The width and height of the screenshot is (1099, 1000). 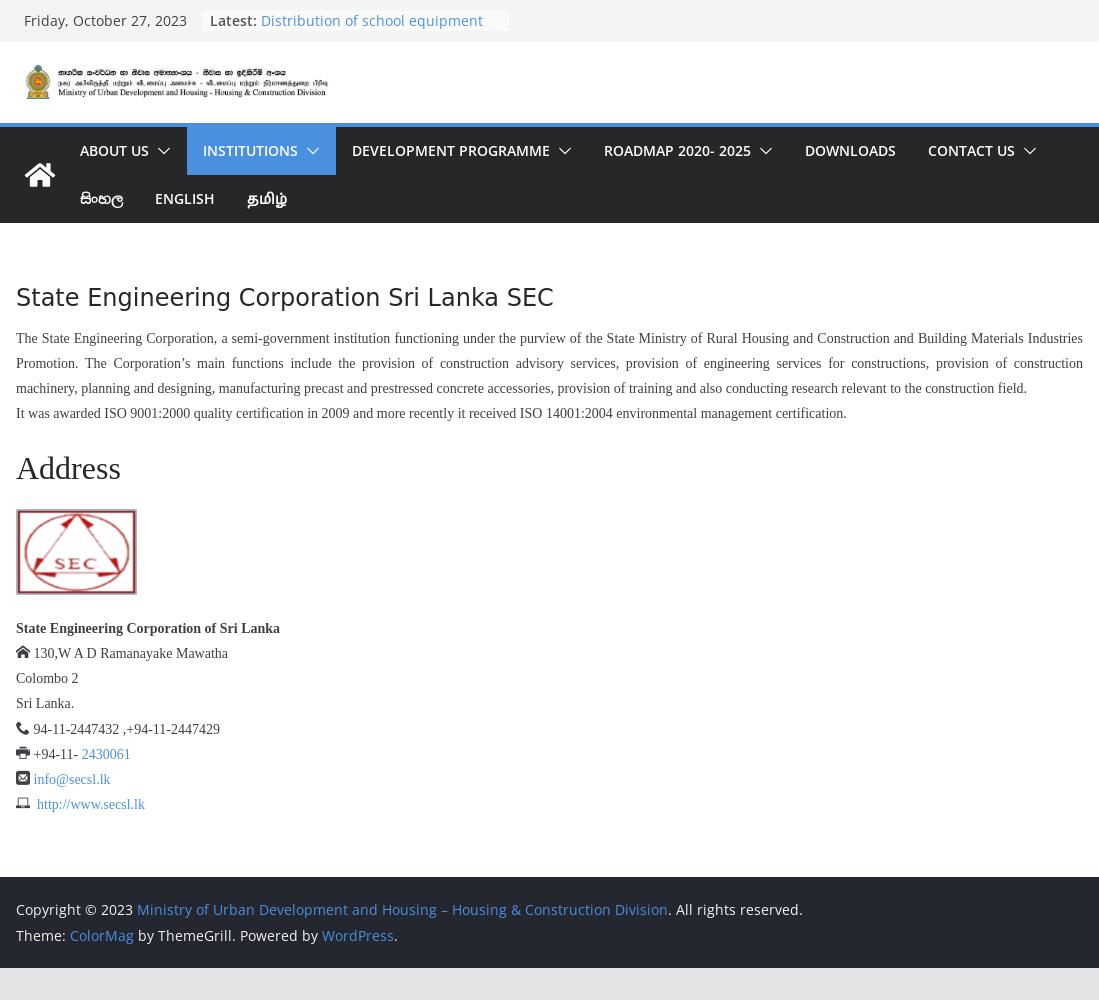 I want to click on 'Roadmap 2020- 2025', so click(x=676, y=149).